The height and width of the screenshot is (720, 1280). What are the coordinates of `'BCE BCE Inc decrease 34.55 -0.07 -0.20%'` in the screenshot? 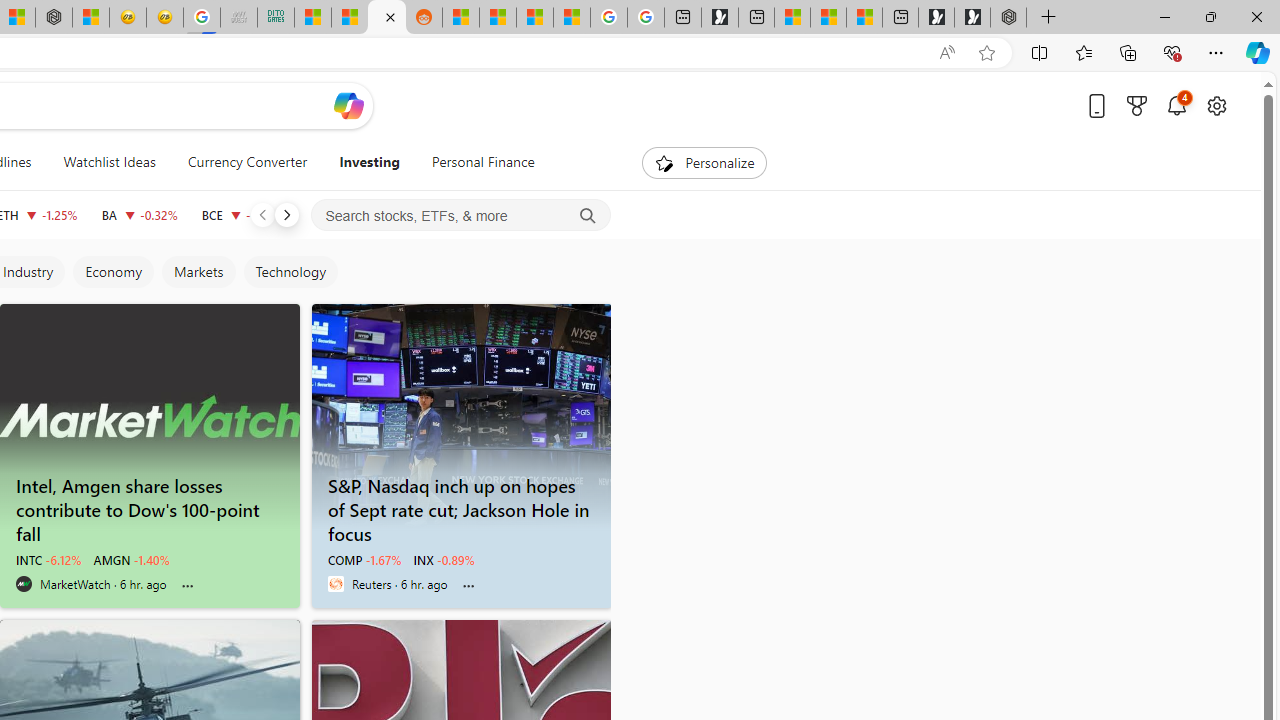 It's located at (241, 214).